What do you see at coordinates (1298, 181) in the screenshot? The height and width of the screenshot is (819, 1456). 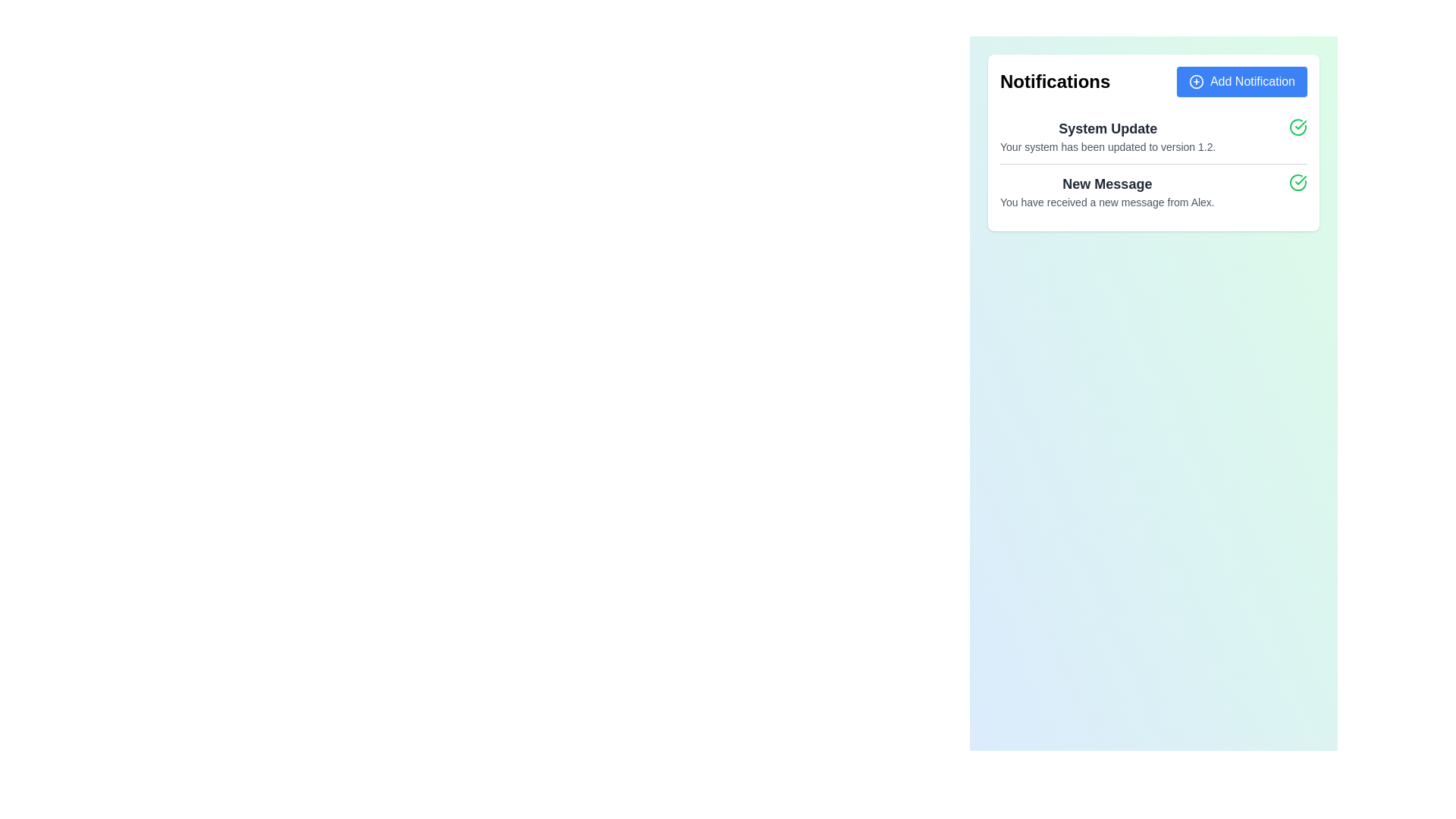 I see `the confirmation icon located at the far-right side of the 'New Message' notification row to acknowledge the notification` at bounding box center [1298, 181].